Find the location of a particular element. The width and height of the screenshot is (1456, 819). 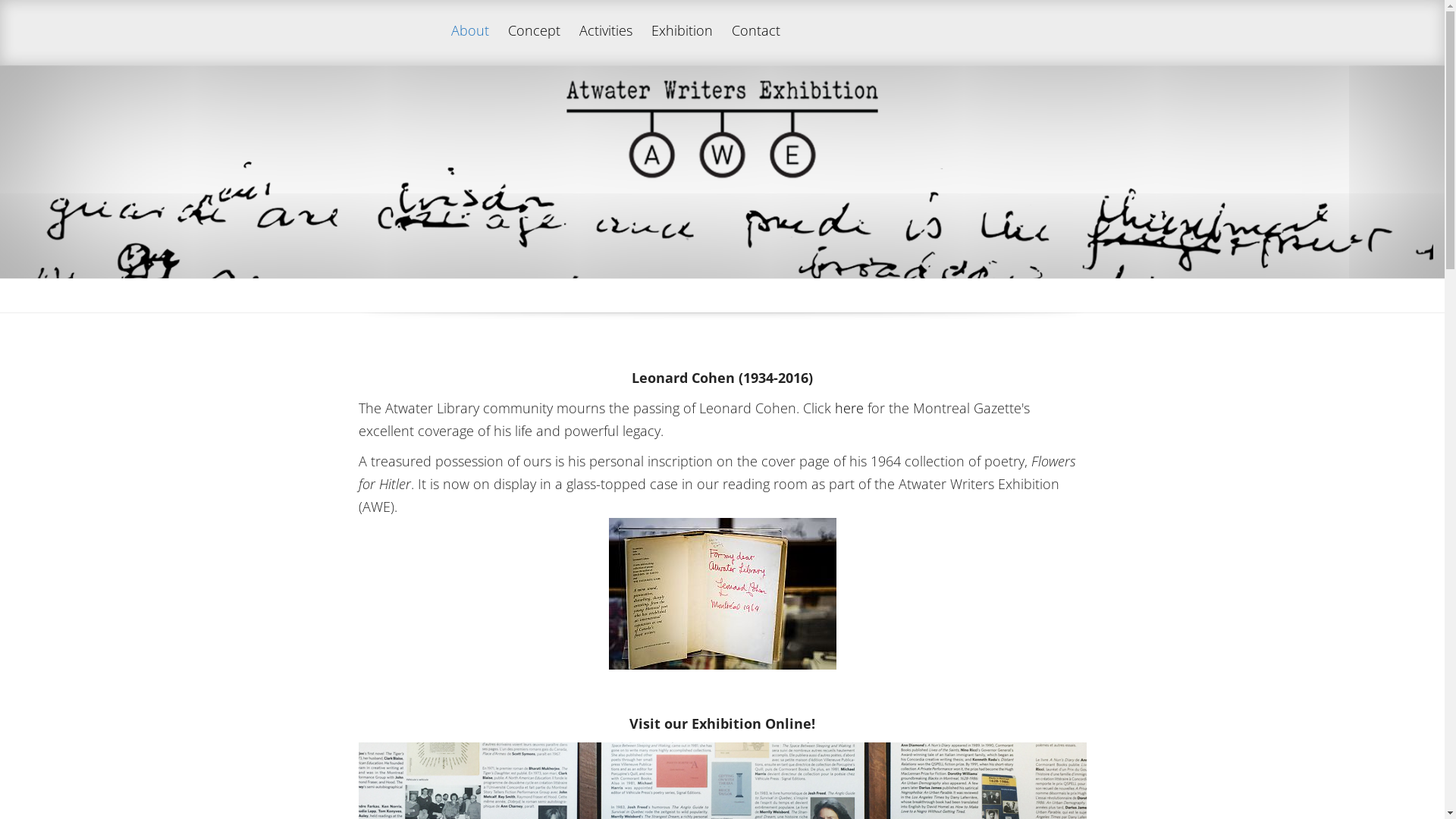

'here' is located at coordinates (847, 406).